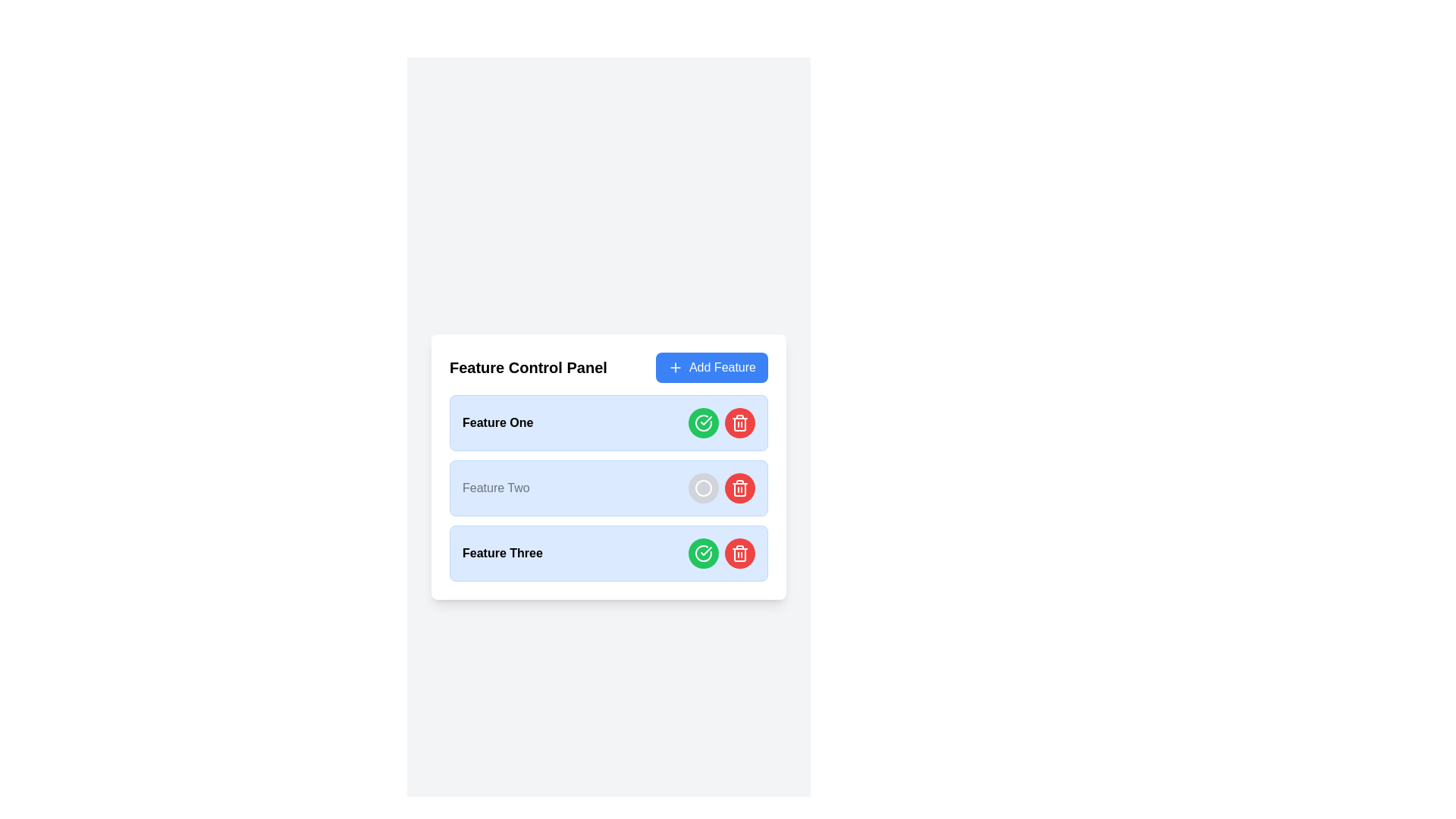  What do you see at coordinates (496, 488) in the screenshot?
I see `the text label that identifies the second feature in the list, which is centered in a vertical list structure with a light blue background and rounded corners` at bounding box center [496, 488].